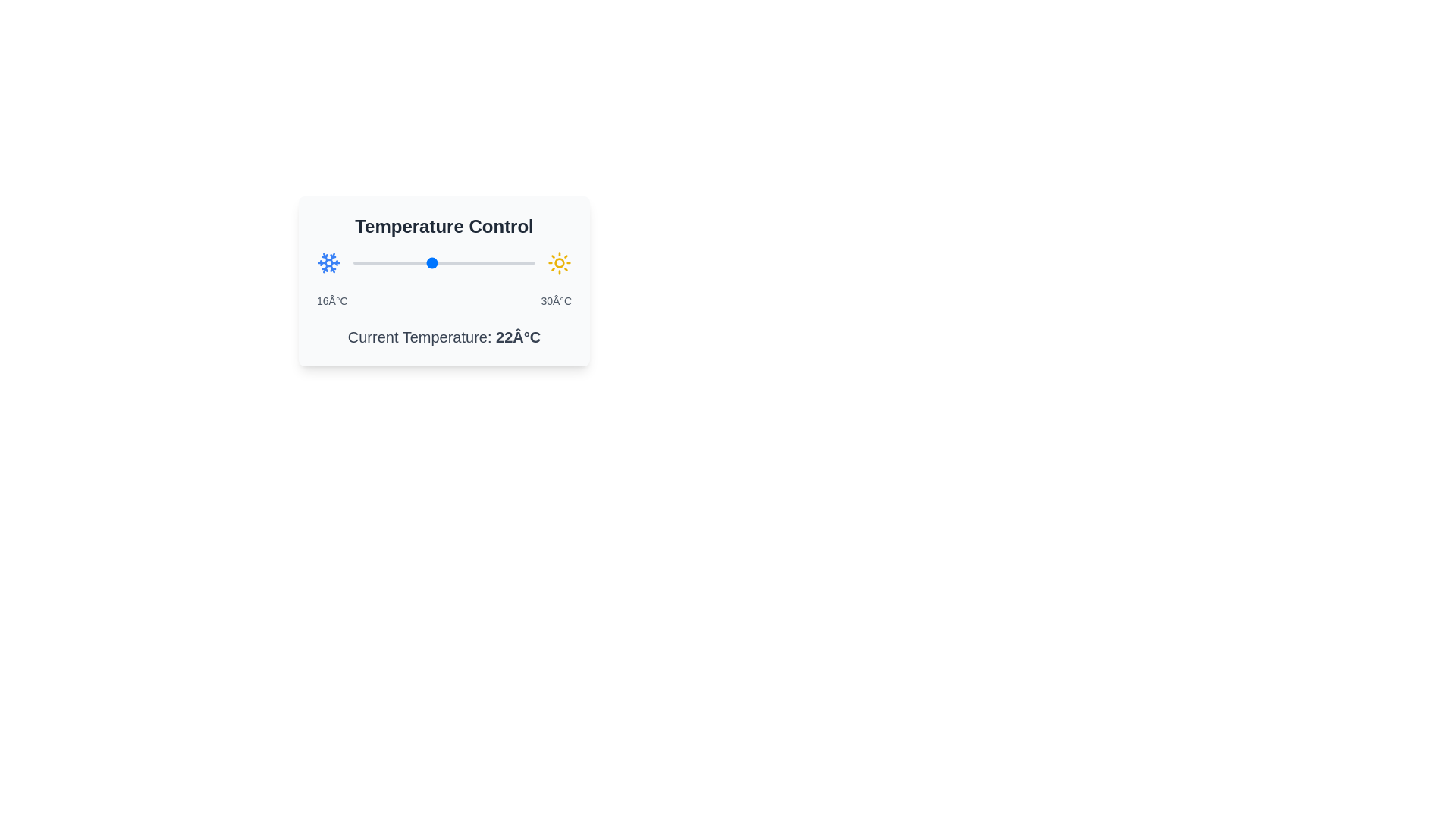 The image size is (1456, 819). What do you see at coordinates (405, 262) in the screenshot?
I see `the temperature to 20°C using the slider` at bounding box center [405, 262].